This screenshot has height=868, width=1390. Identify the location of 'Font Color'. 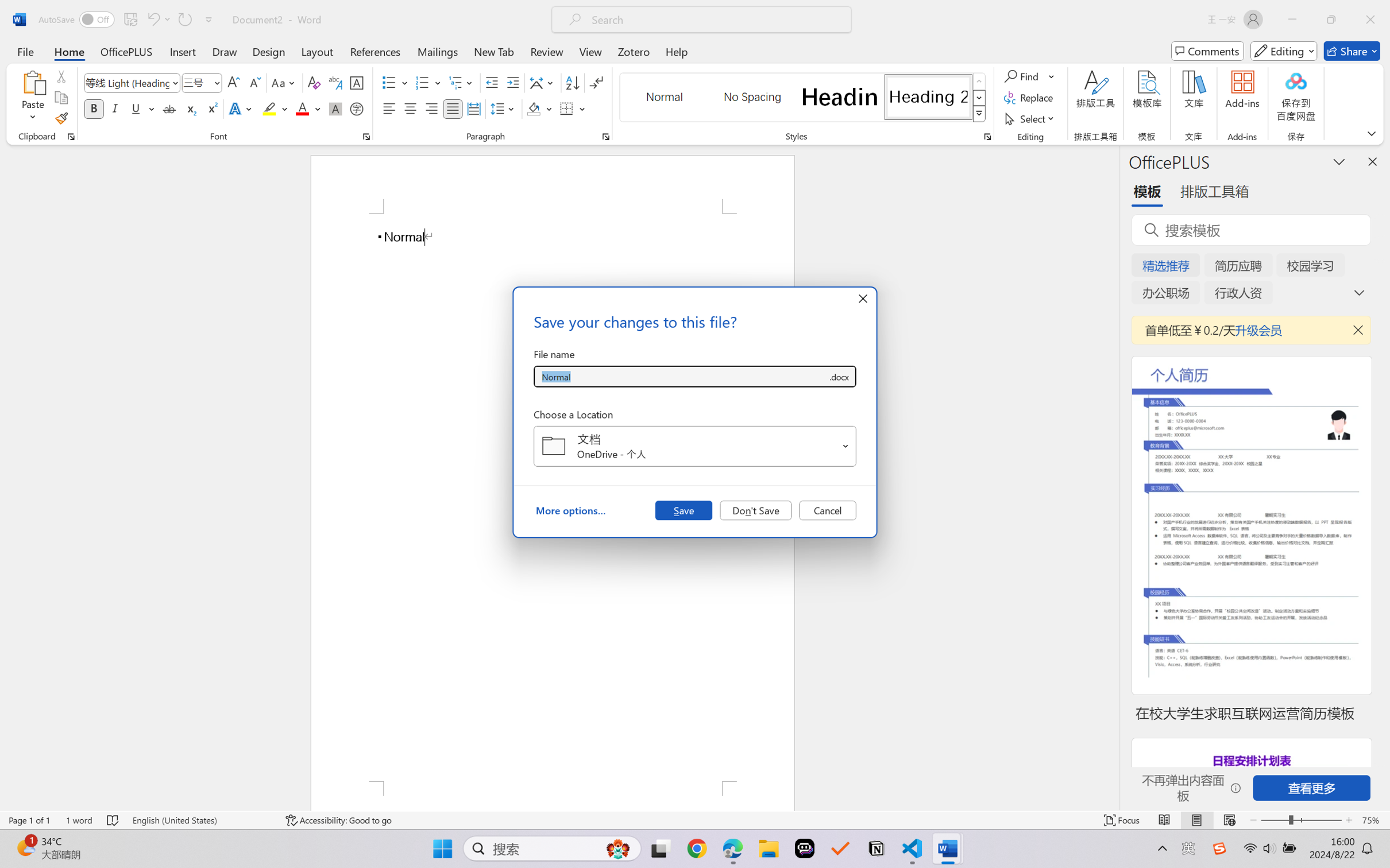
(308, 108).